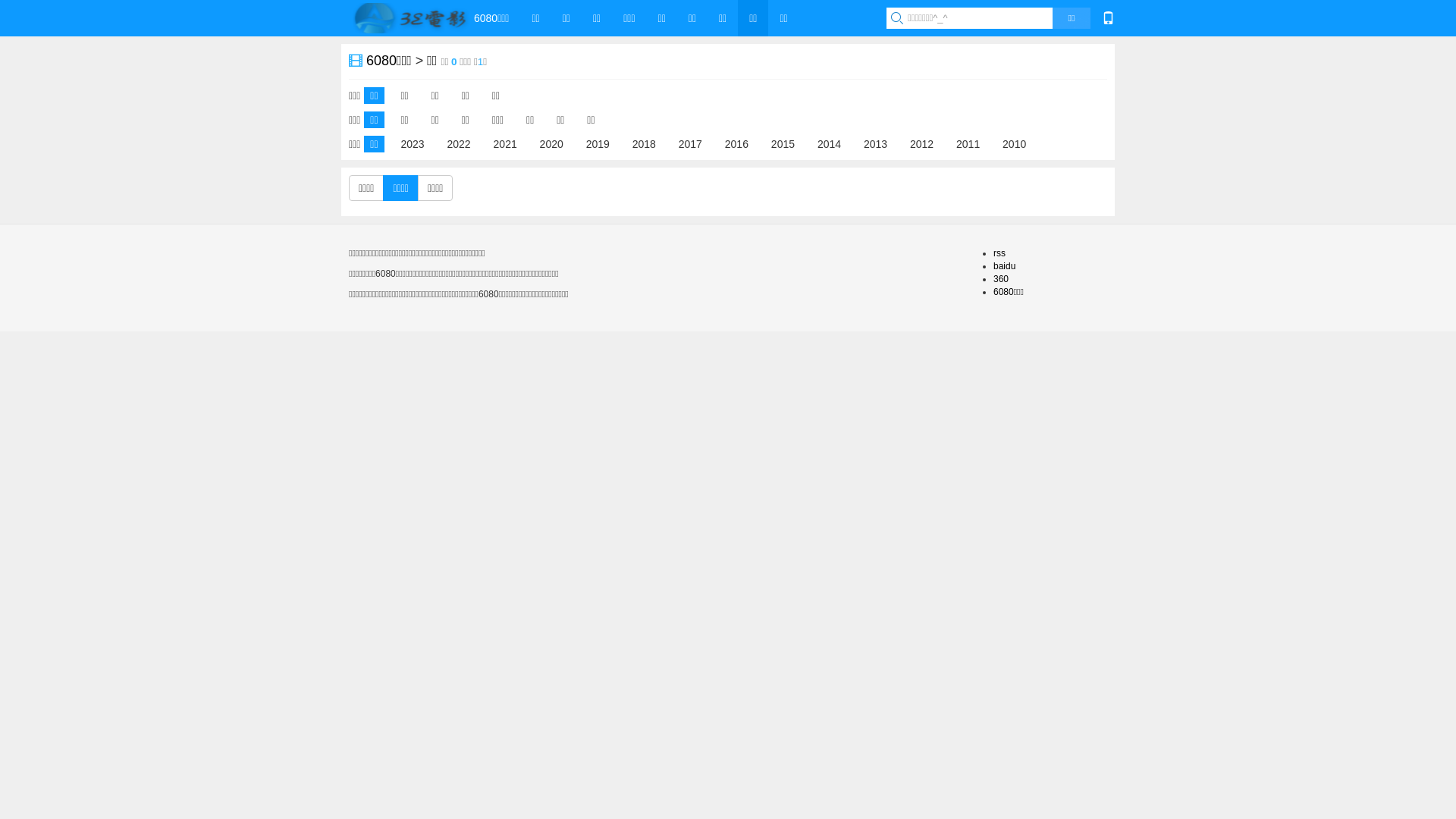 The width and height of the screenshot is (1456, 819). Describe the element at coordinates (1004, 265) in the screenshot. I see `'baidu'` at that location.